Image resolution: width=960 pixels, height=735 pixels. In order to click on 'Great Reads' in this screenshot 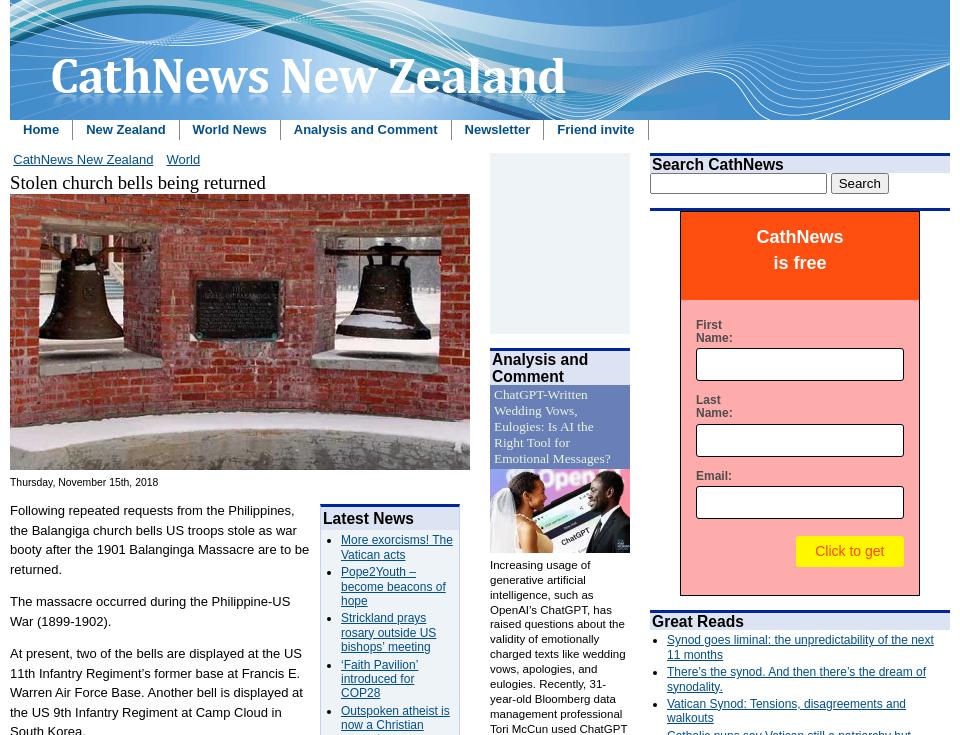, I will do `click(697, 621)`.